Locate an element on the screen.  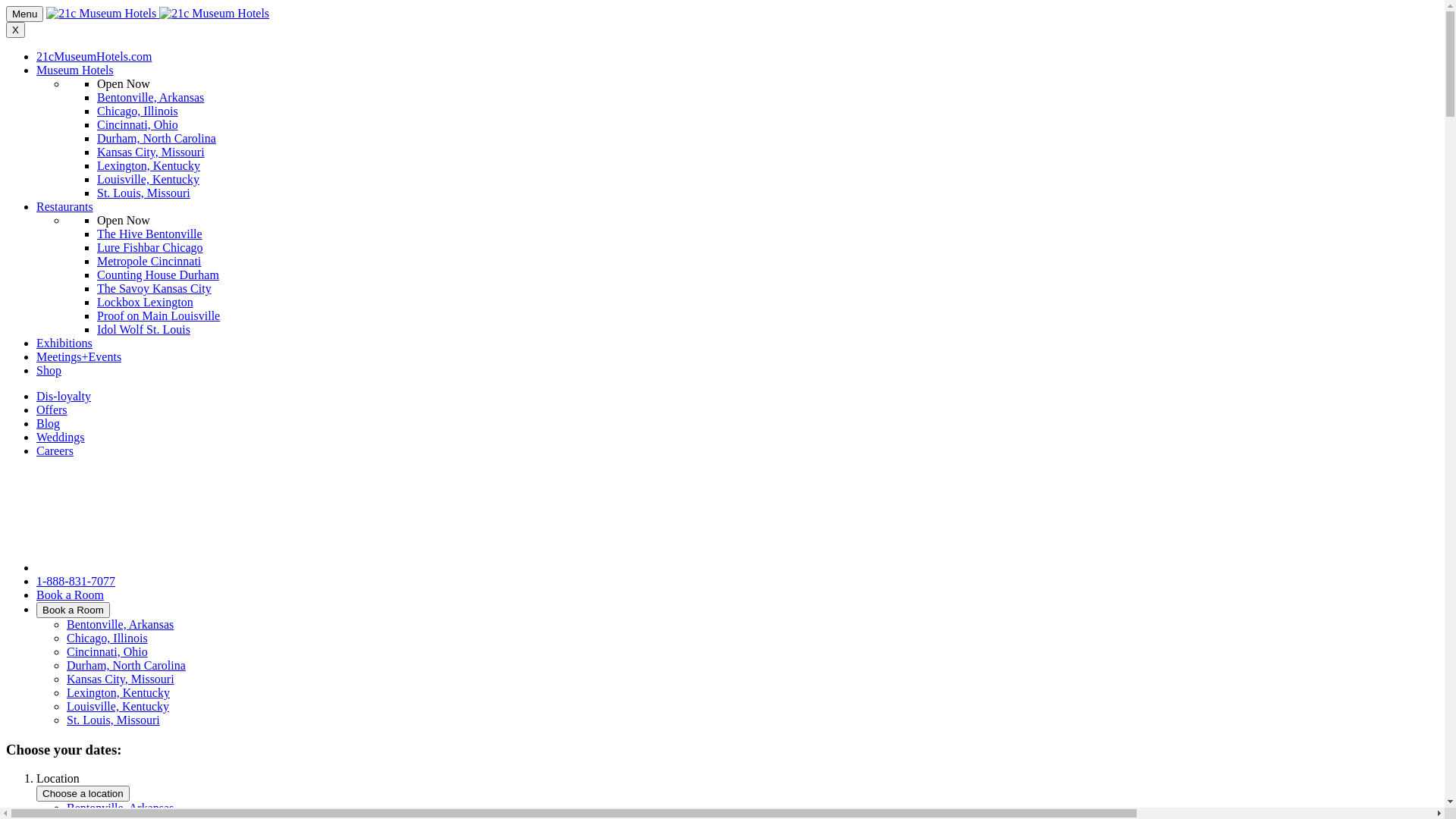
'Lure Fishbar Chicago' is located at coordinates (149, 246).